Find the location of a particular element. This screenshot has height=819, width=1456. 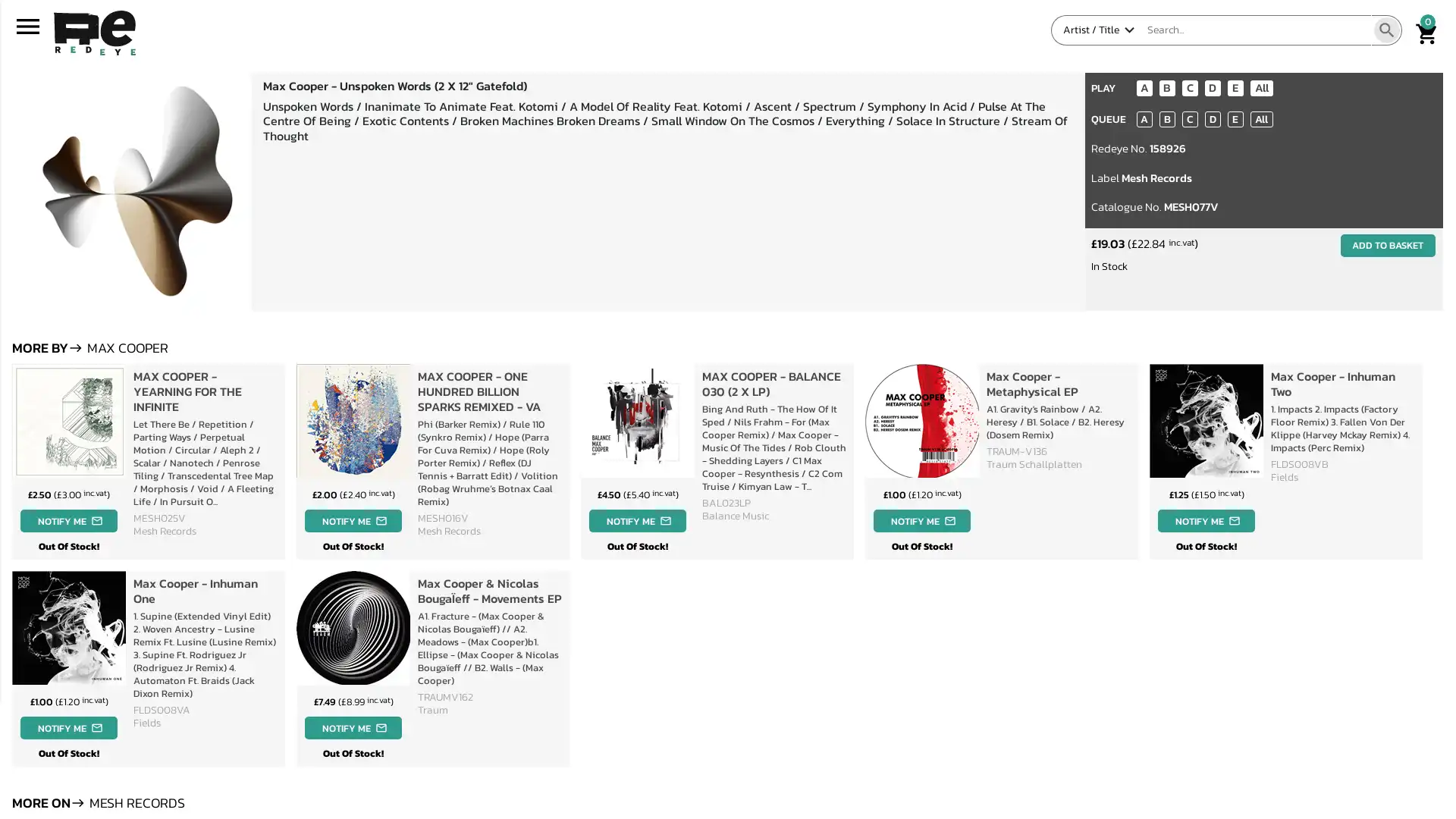

NOTIFY ME mail_outline is located at coordinates (352, 726).